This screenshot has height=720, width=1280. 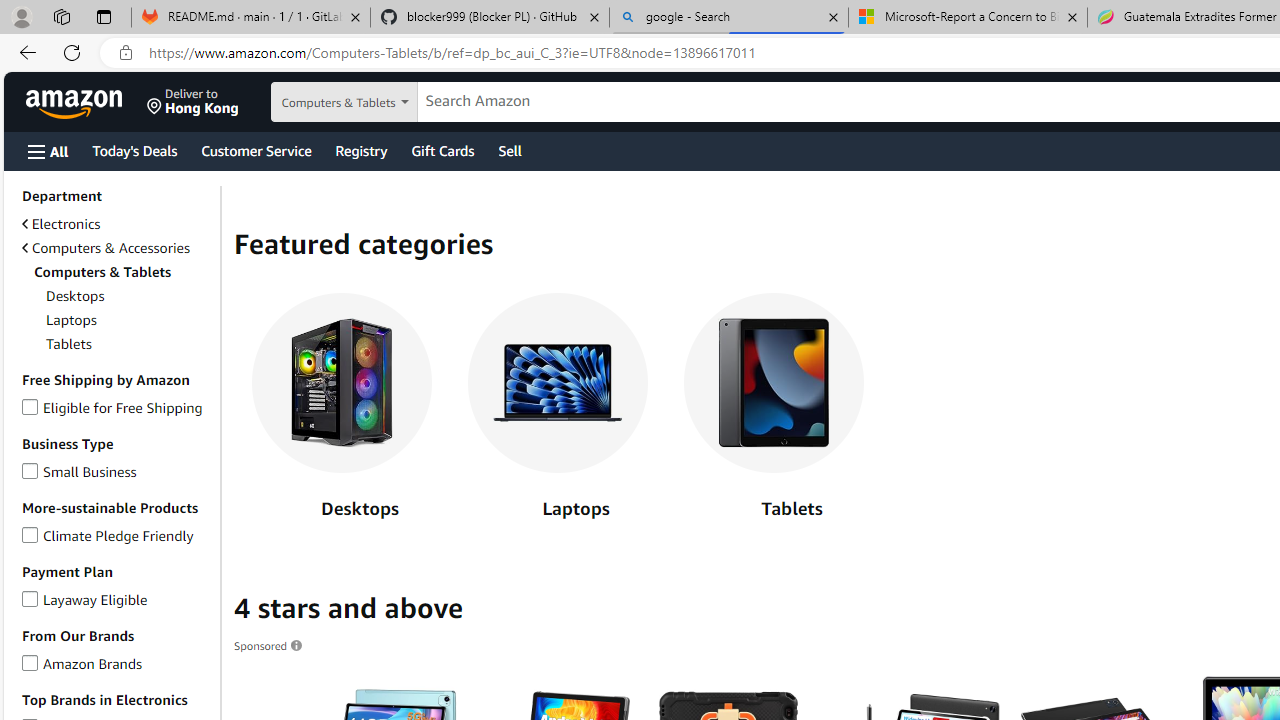 What do you see at coordinates (30, 660) in the screenshot?
I see `'Amazon Brands'` at bounding box center [30, 660].